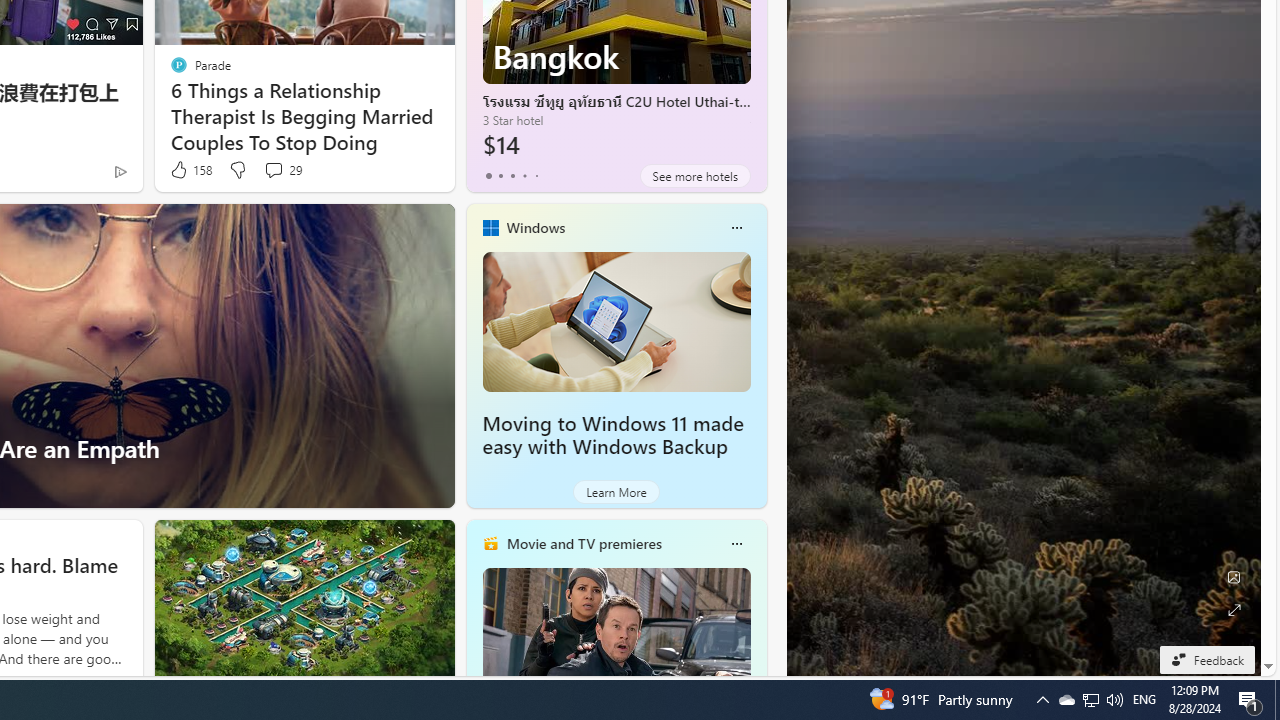 Image resolution: width=1280 pixels, height=720 pixels. What do you see at coordinates (582, 543) in the screenshot?
I see `'Movie and TV premieres'` at bounding box center [582, 543].